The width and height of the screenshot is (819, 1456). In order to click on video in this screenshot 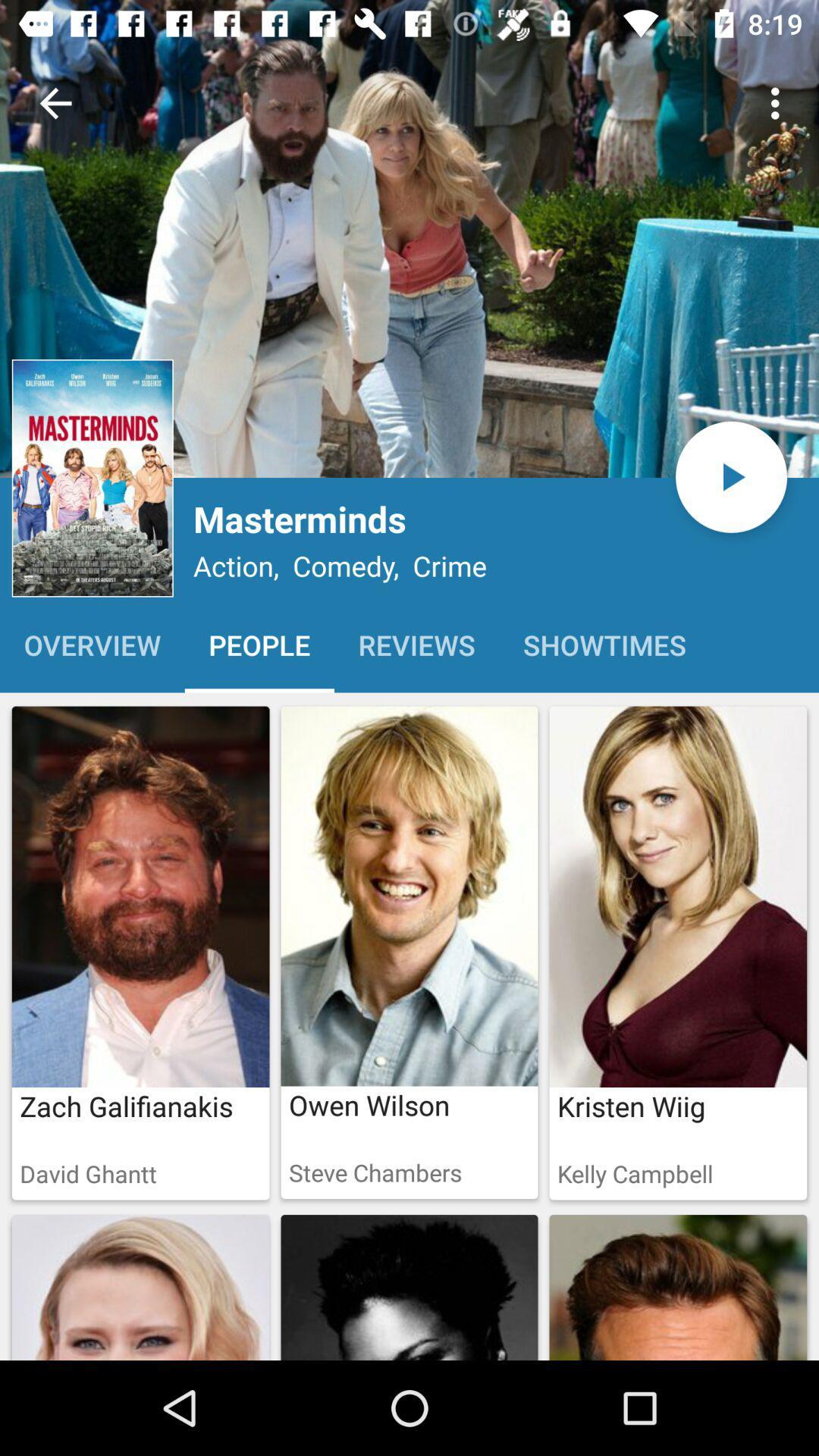, I will do `click(730, 476)`.